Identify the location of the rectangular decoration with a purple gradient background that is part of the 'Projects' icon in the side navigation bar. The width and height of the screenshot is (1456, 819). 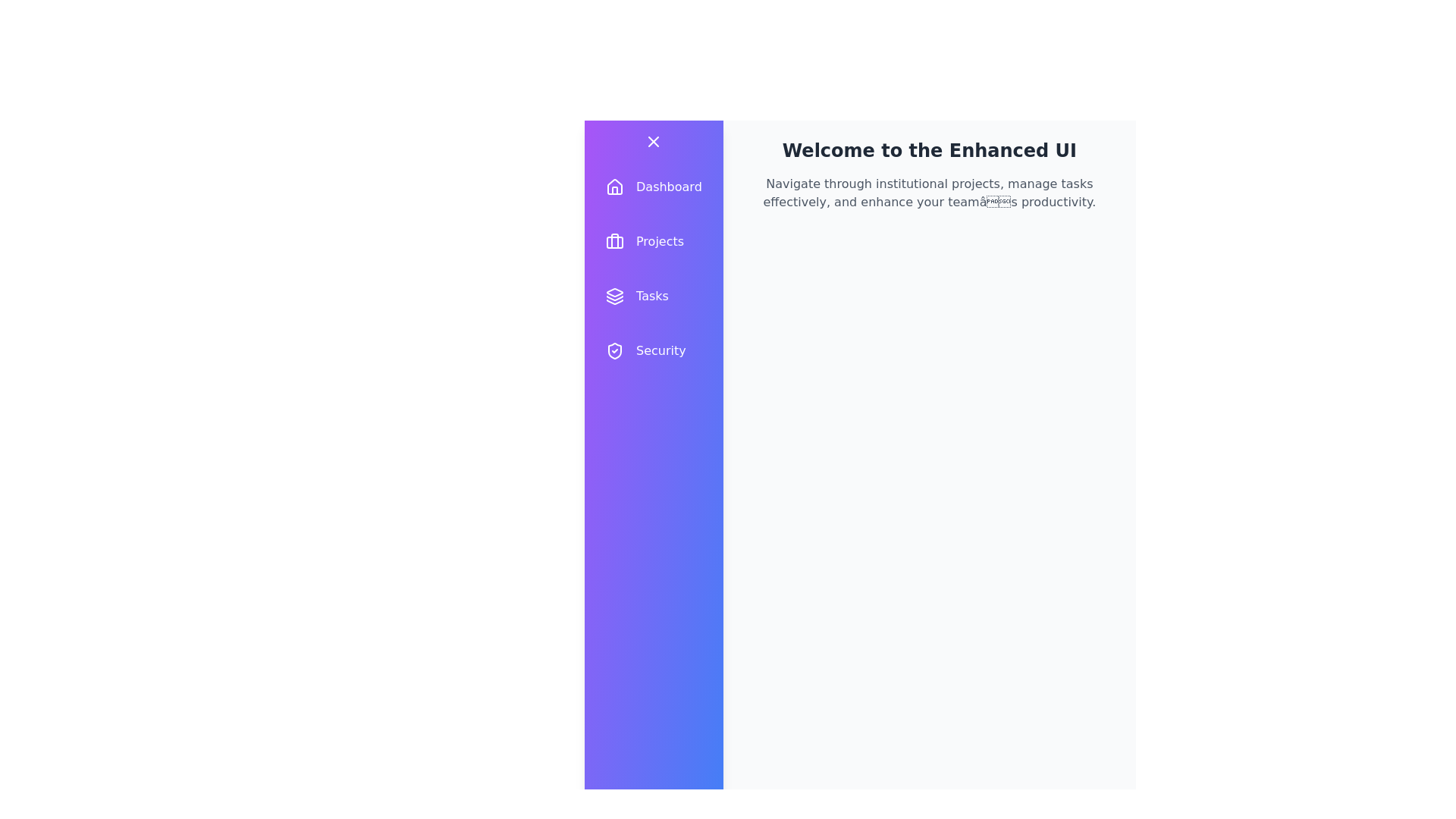
(615, 242).